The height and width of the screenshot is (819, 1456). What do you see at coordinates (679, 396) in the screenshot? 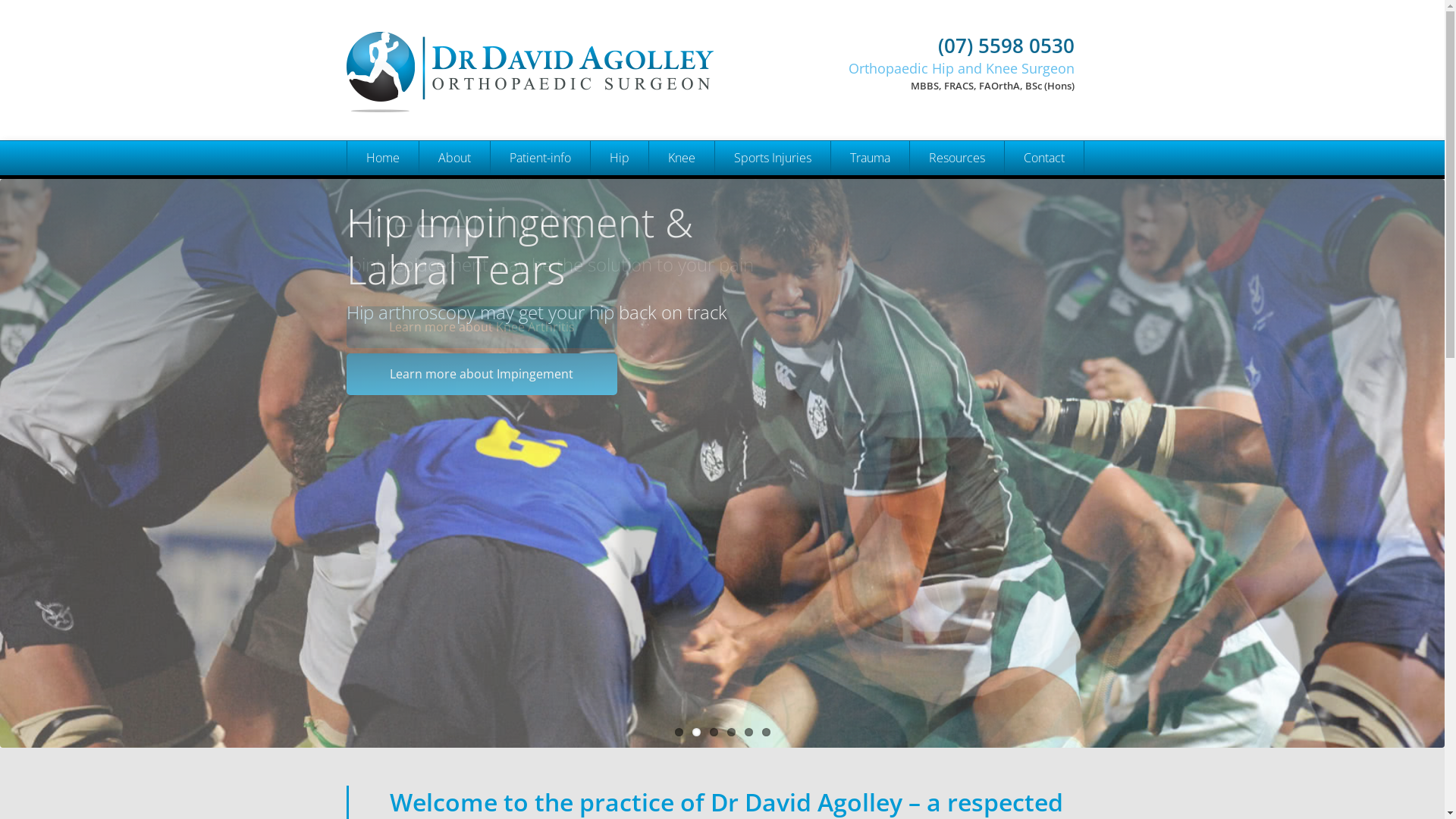
I see `'Knee Patella Dislocation'` at bounding box center [679, 396].